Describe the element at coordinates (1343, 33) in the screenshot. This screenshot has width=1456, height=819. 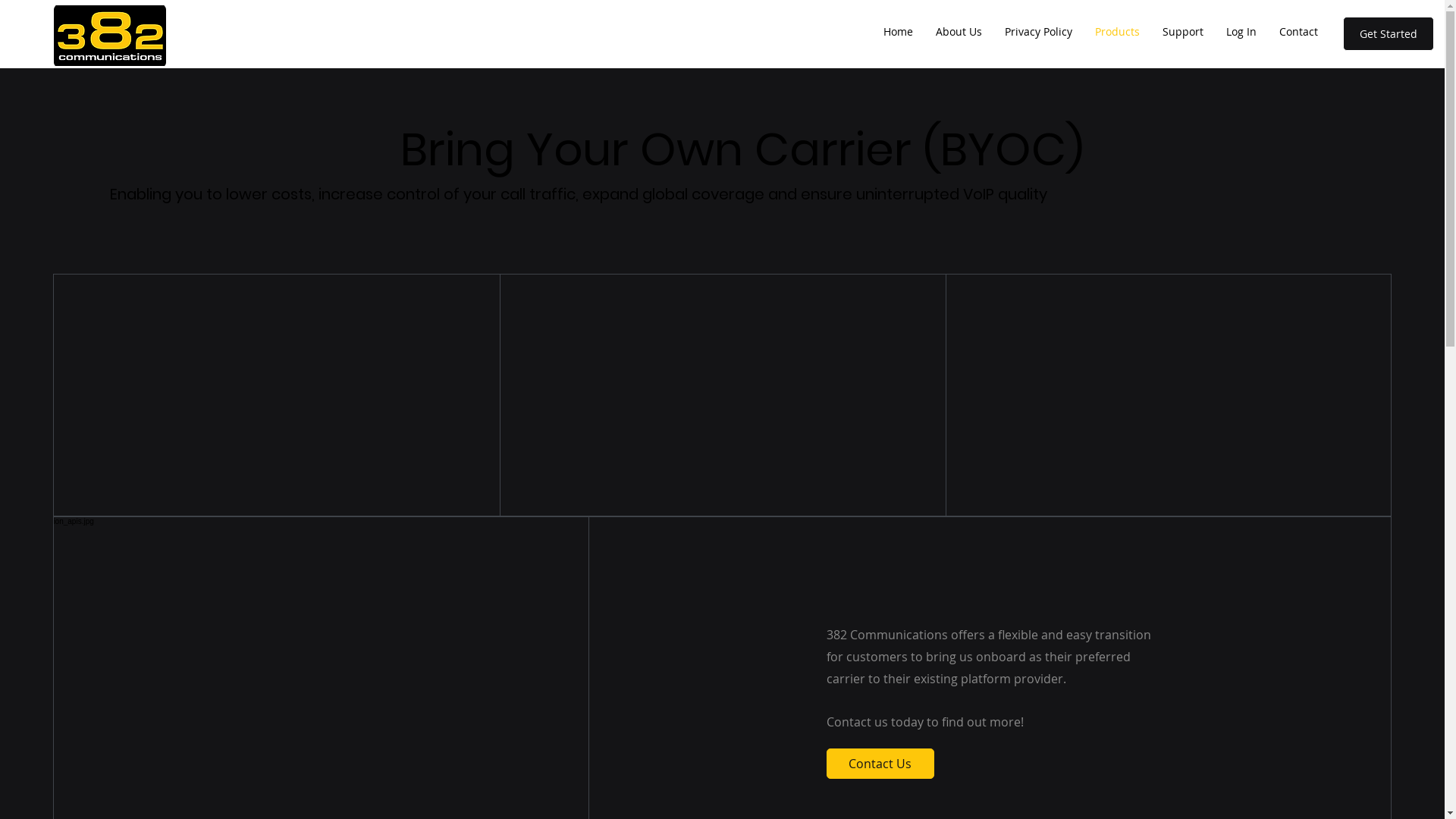
I see `'Get Started'` at that location.